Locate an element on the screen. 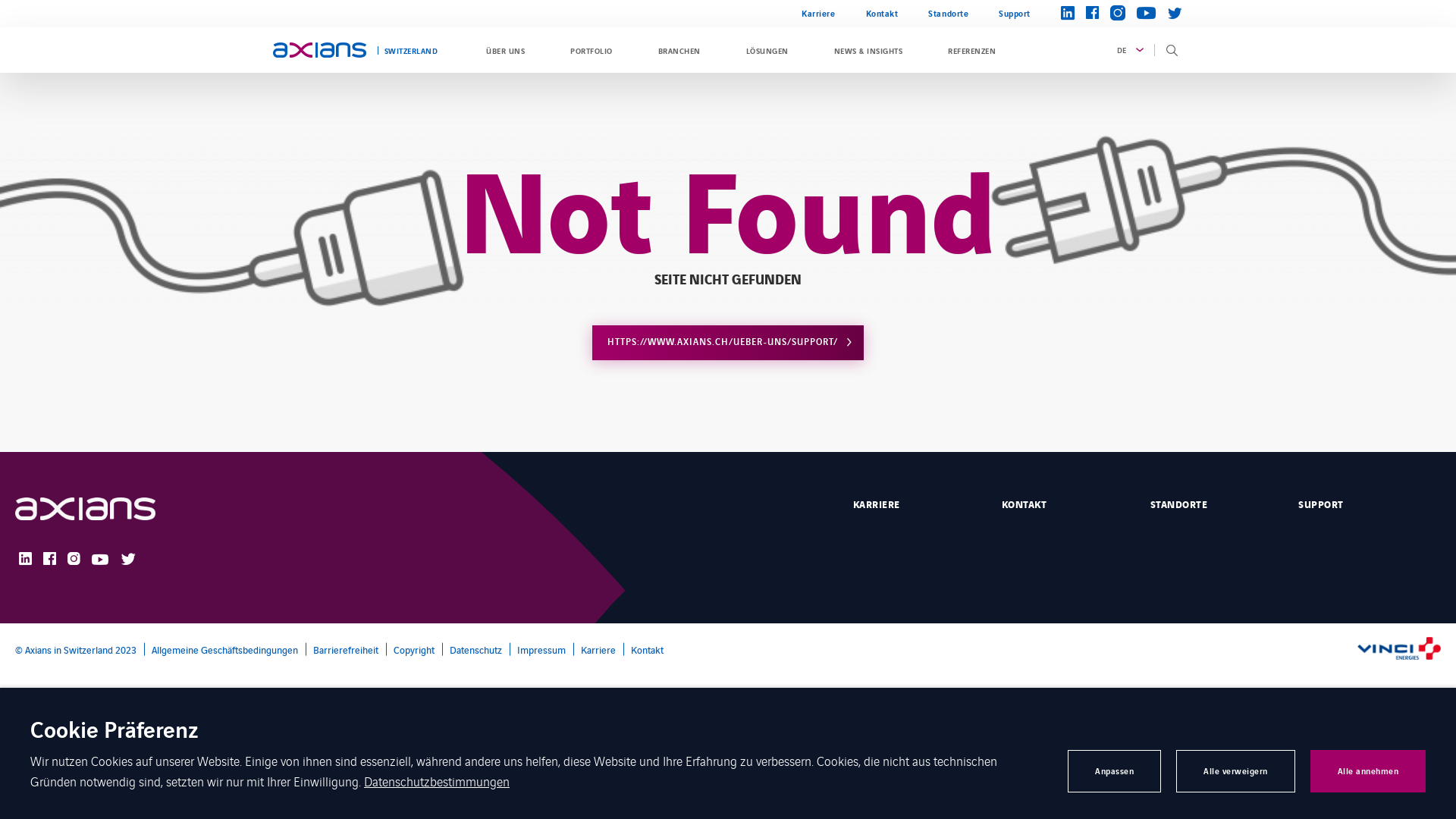  'Datenschutzbestimmungen' is located at coordinates (436, 780).